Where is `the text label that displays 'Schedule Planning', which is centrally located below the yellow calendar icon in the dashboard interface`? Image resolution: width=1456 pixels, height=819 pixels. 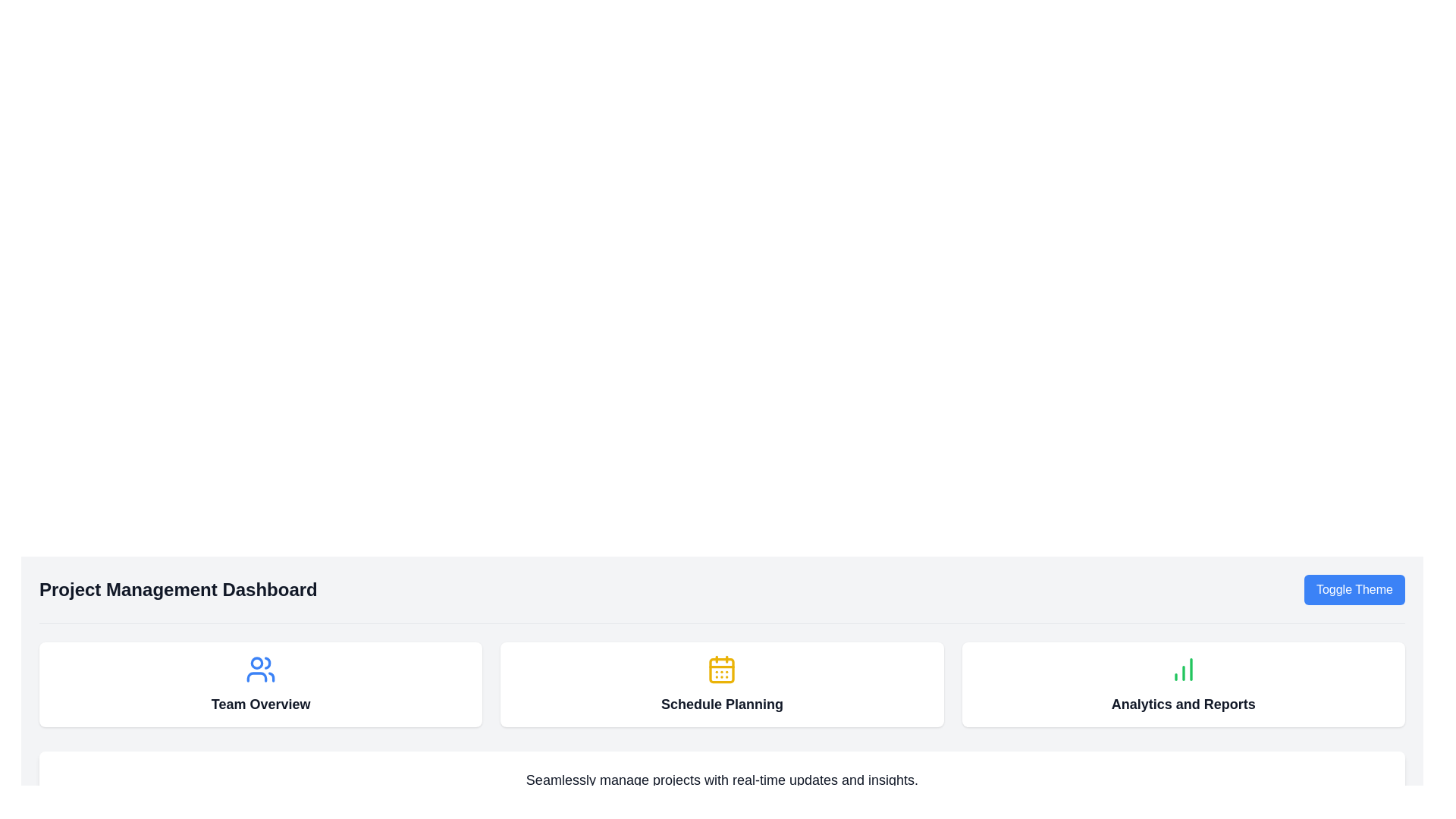 the text label that displays 'Schedule Planning', which is centrally located below the yellow calendar icon in the dashboard interface is located at coordinates (721, 704).